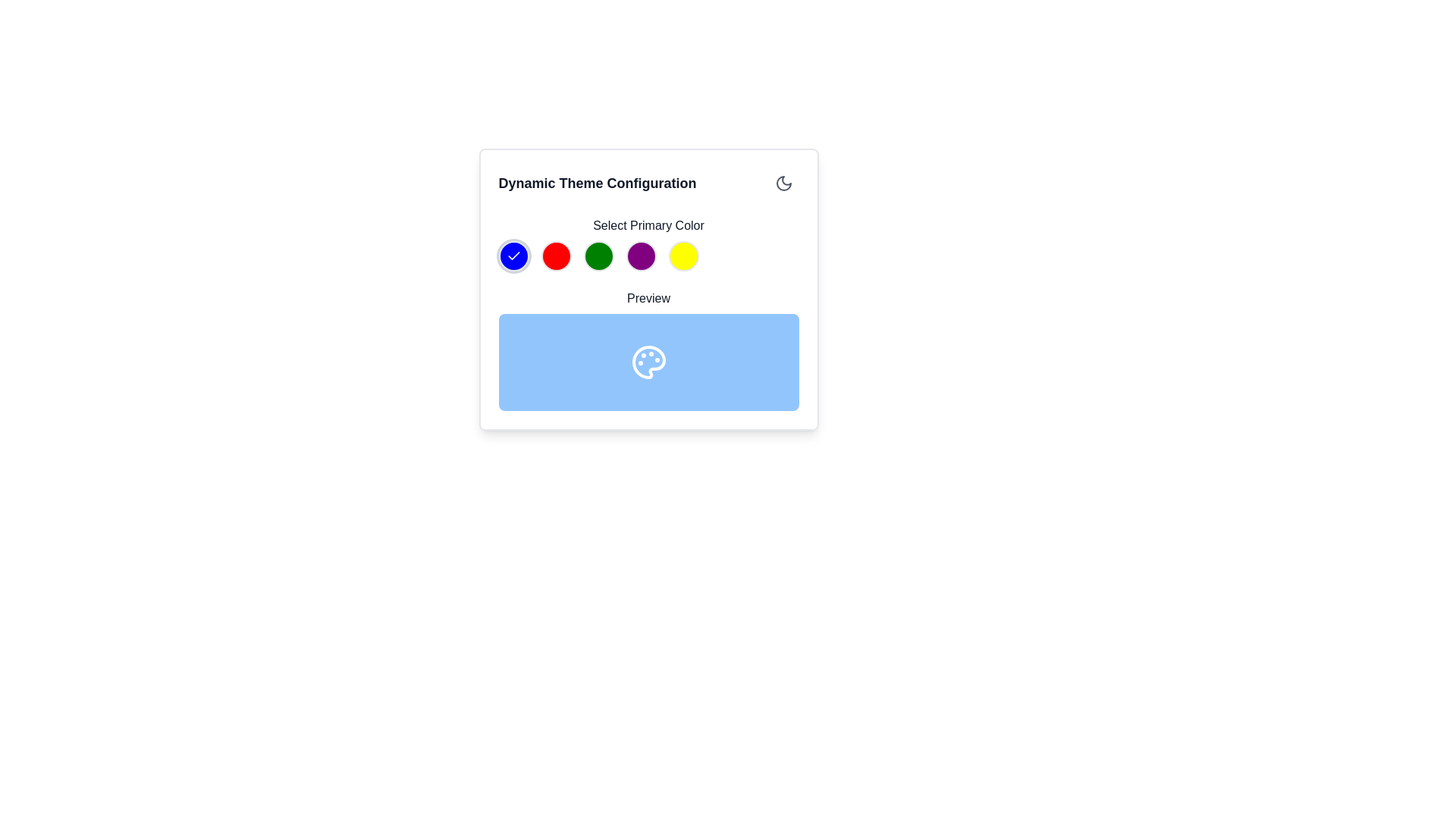  I want to click on the SVG Icon inside the first circular button of the 'Select Primary Color' options to confirm the selection of the first primary color, so click(513, 256).